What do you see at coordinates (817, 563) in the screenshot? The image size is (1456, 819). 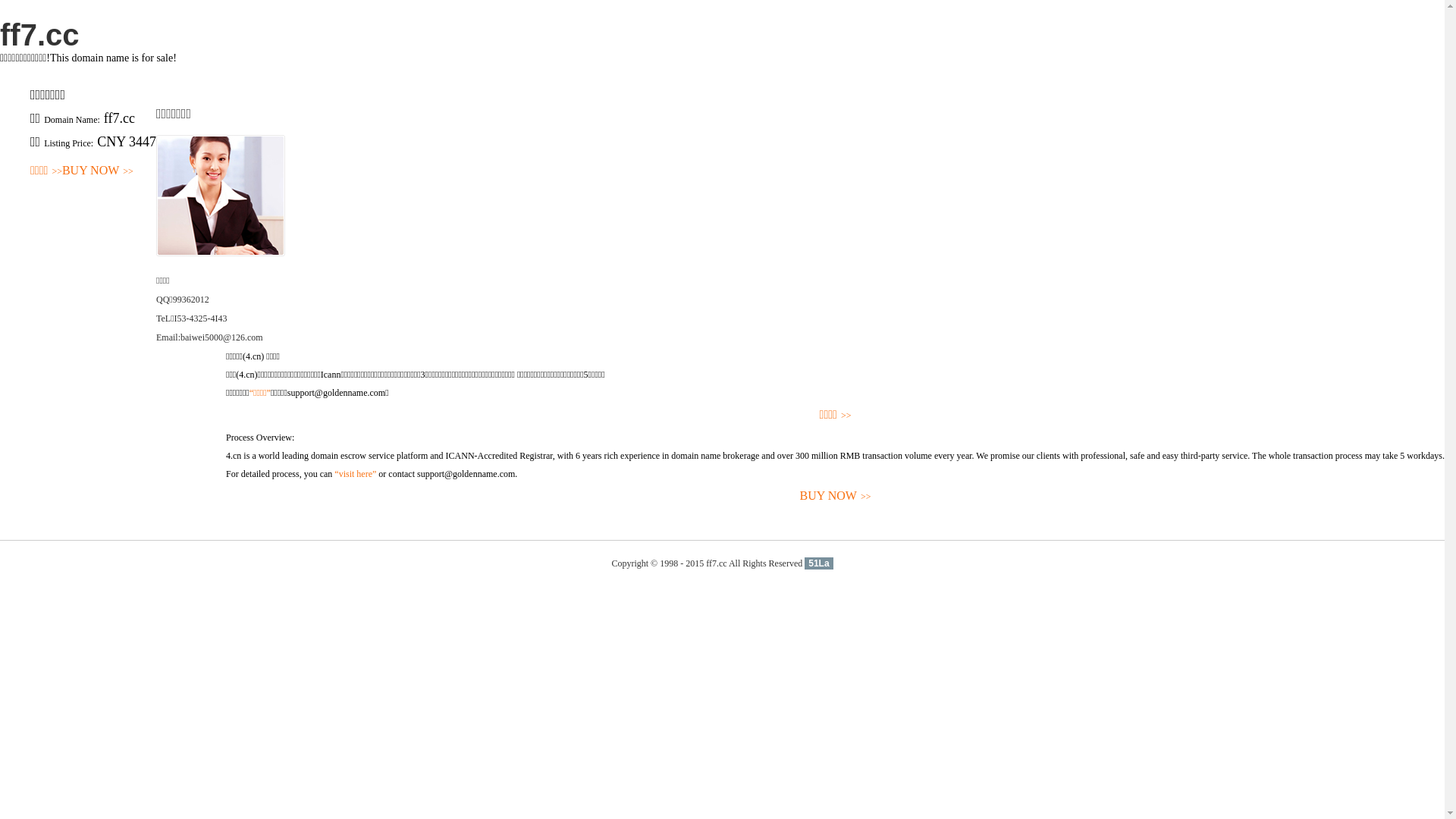 I see `'51La'` at bounding box center [817, 563].